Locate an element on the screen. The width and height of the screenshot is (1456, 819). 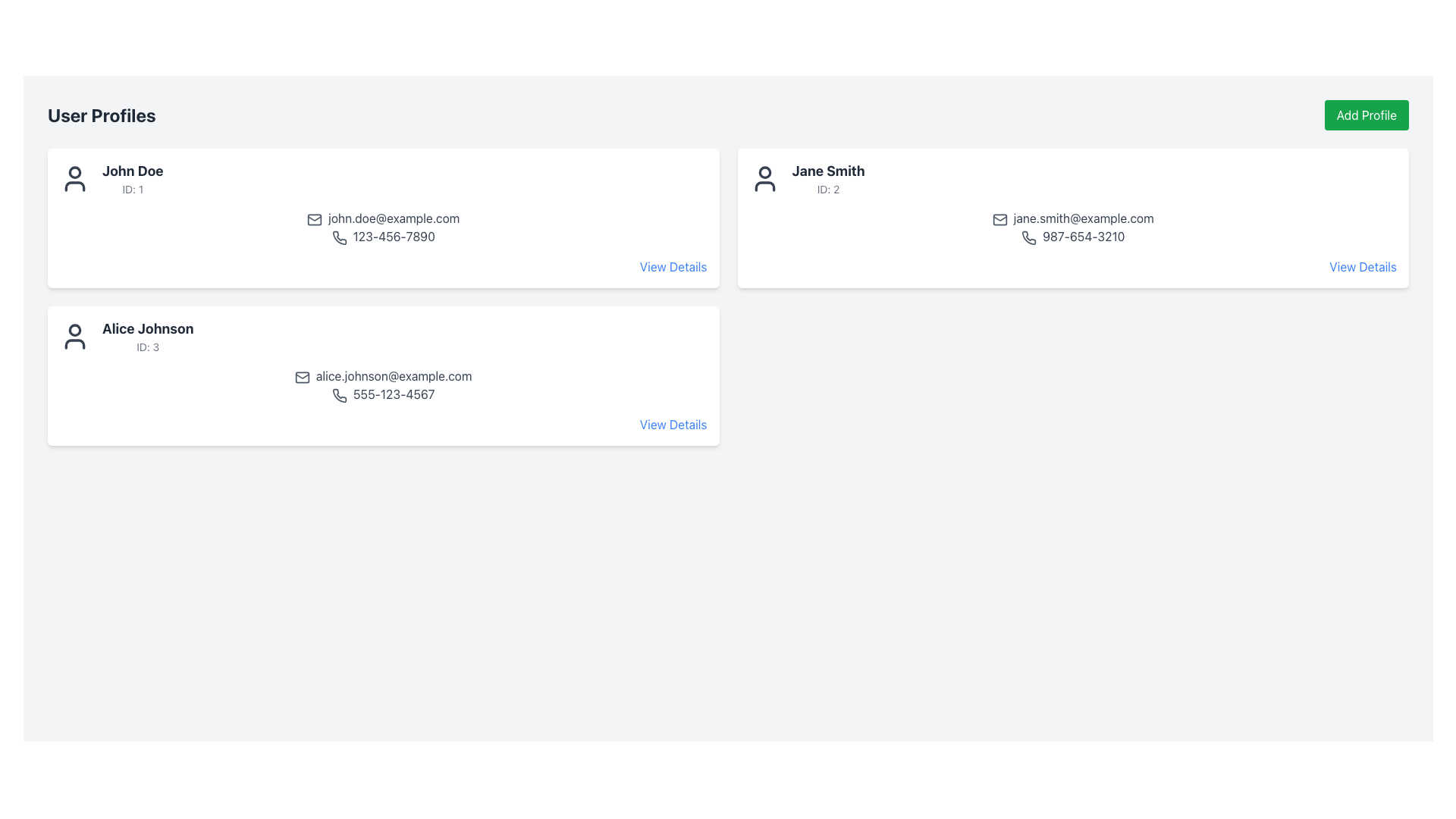
contact details displayed in the second profile card's text with icons element, which includes an email address with an envelope icon and a phone number with a phone icon is located at coordinates (1072, 227).